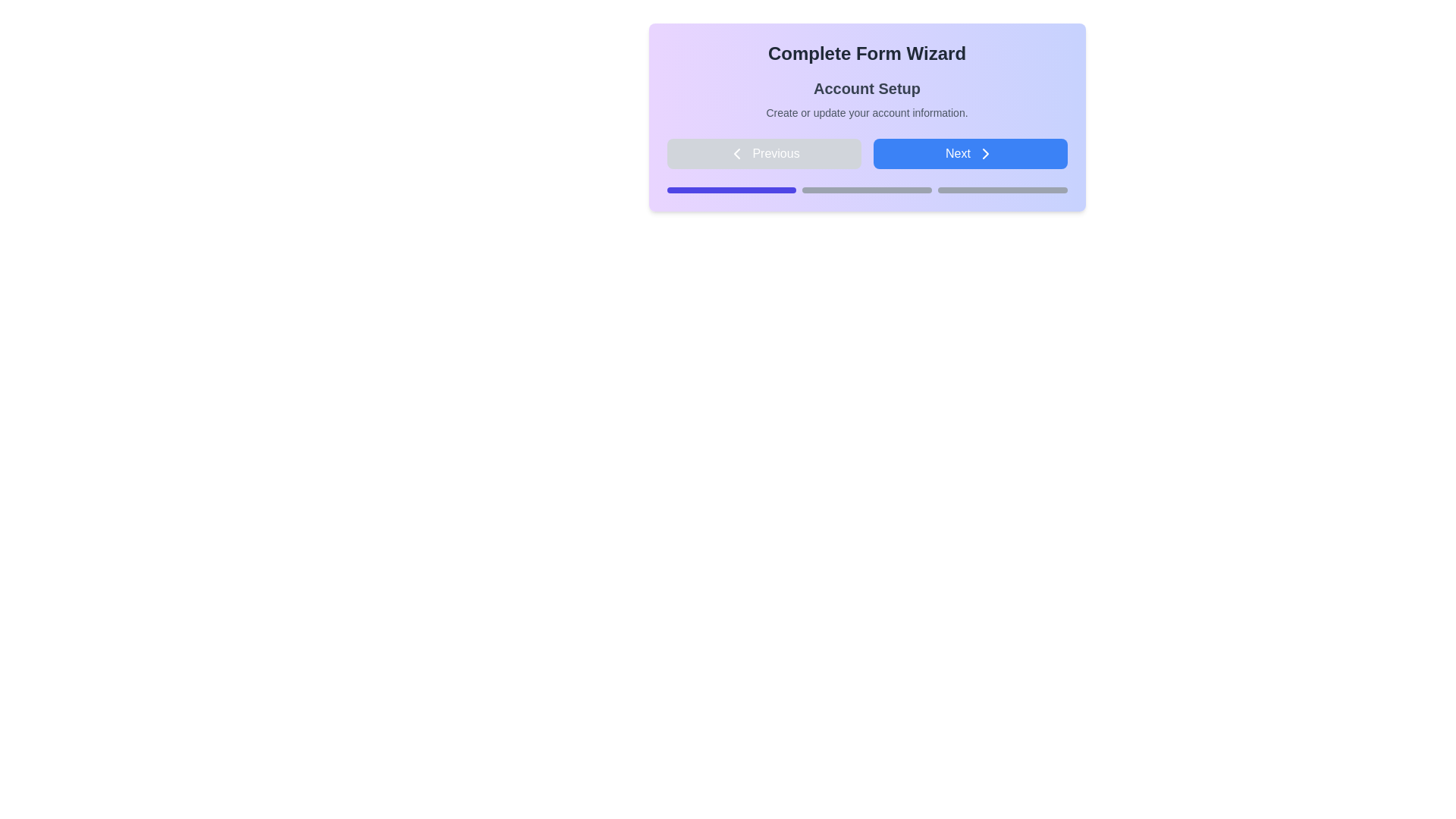  Describe the element at coordinates (731, 189) in the screenshot. I see `the first progress indicator, which is a slim, horizontally elongated rectangle with a prominent indigo color, positioned to the far left below the 'Previous' and 'Next' buttons` at that location.